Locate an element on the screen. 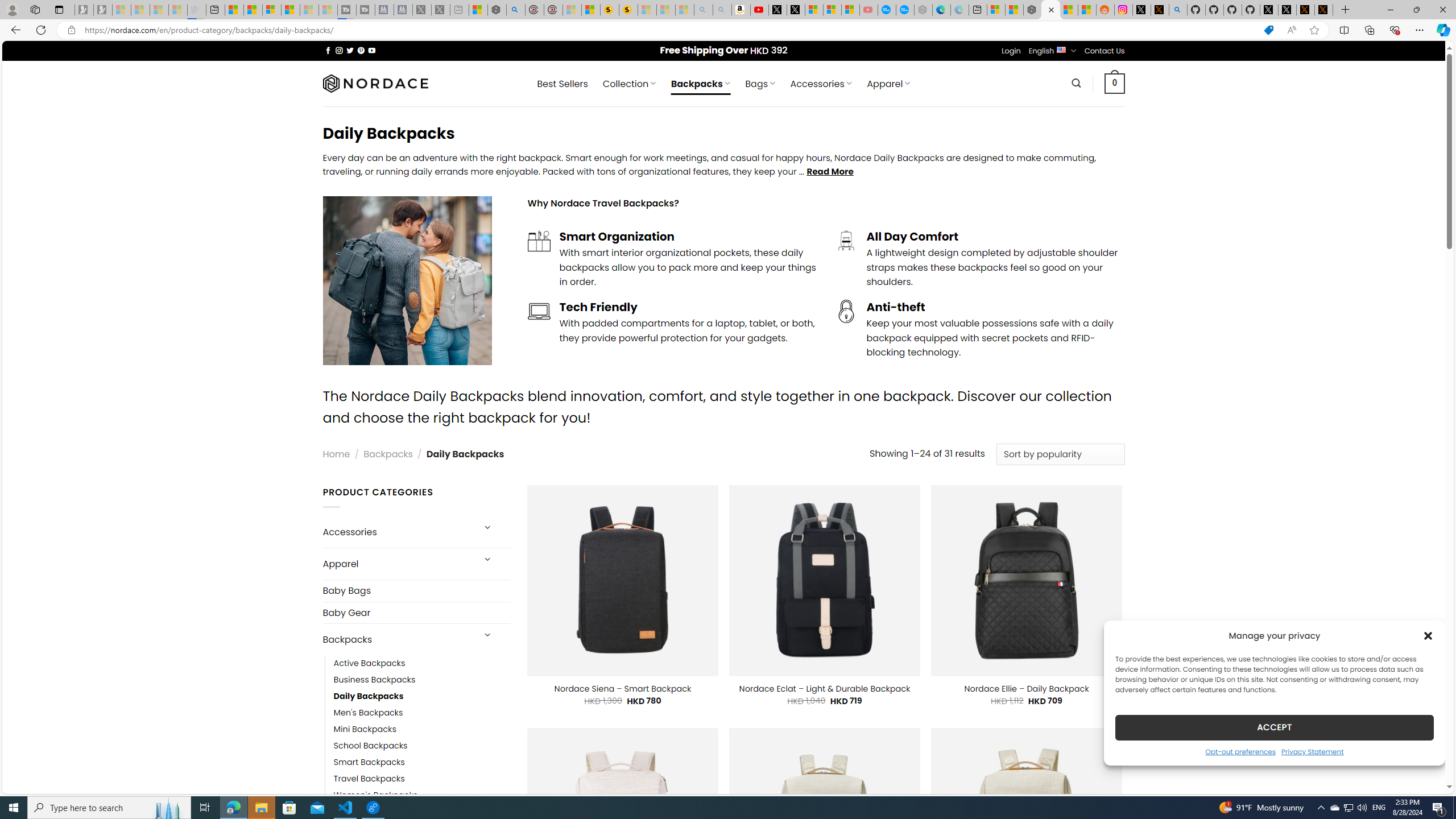  'Daily Backpacks' is located at coordinates (421, 696).